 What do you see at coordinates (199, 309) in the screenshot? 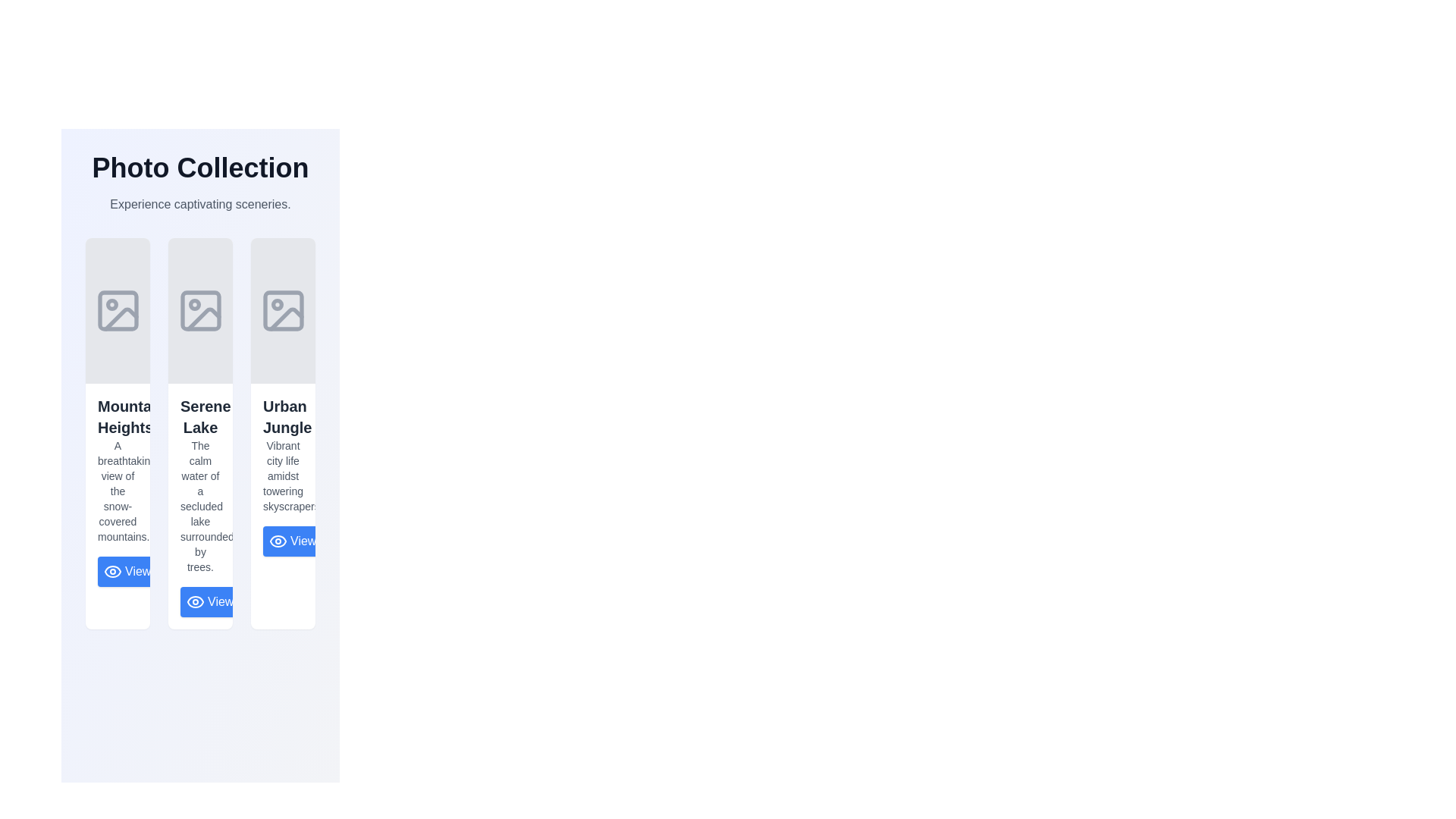
I see `the placeholder icon for an image located in the second tile above the label 'Serene Lake'` at bounding box center [199, 309].